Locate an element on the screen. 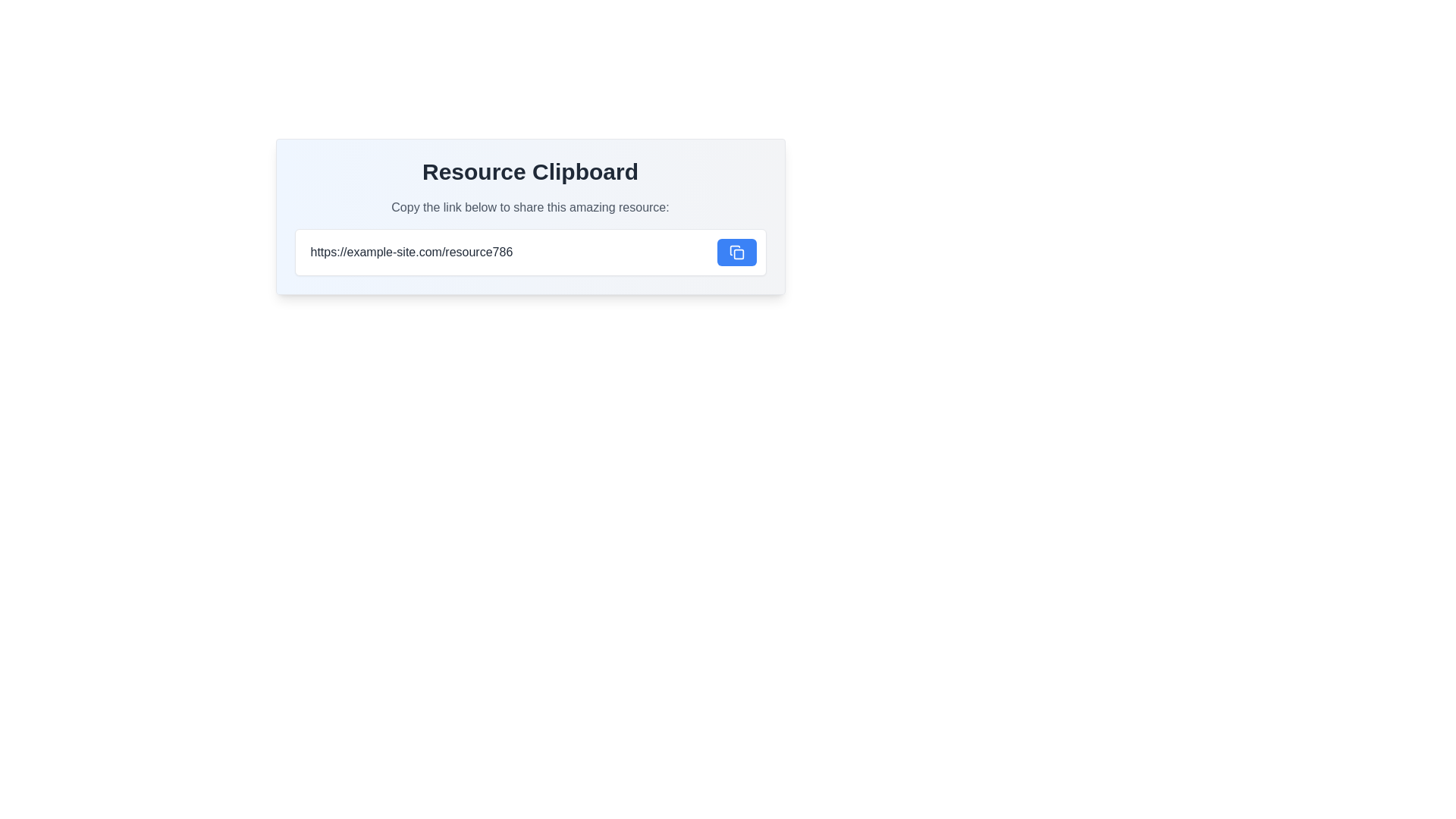  and edit the text input field within the Composite component titled 'Resource Clipboard' is located at coordinates (530, 251).